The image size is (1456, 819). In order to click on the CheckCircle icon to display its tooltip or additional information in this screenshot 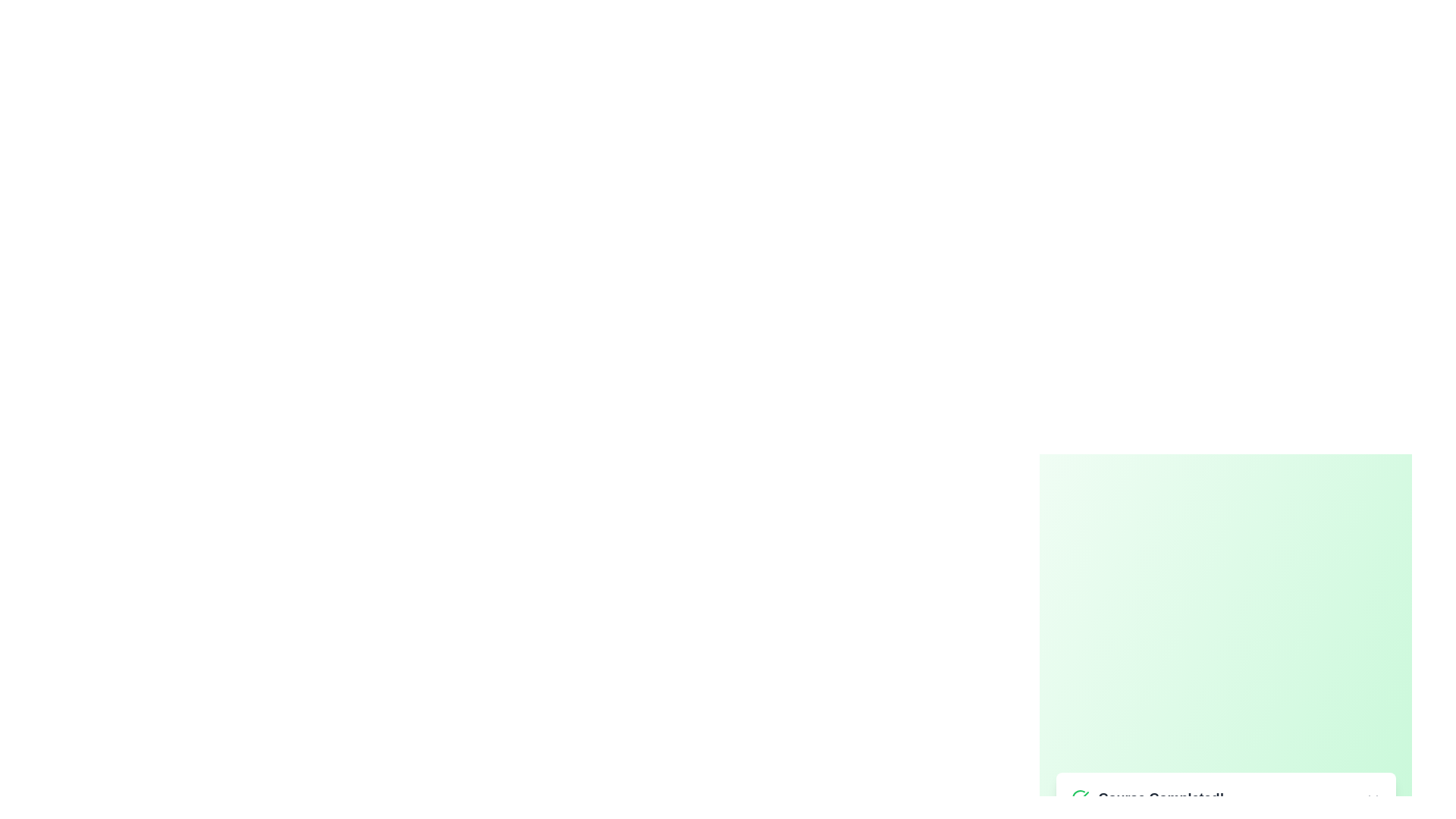, I will do `click(1079, 798)`.